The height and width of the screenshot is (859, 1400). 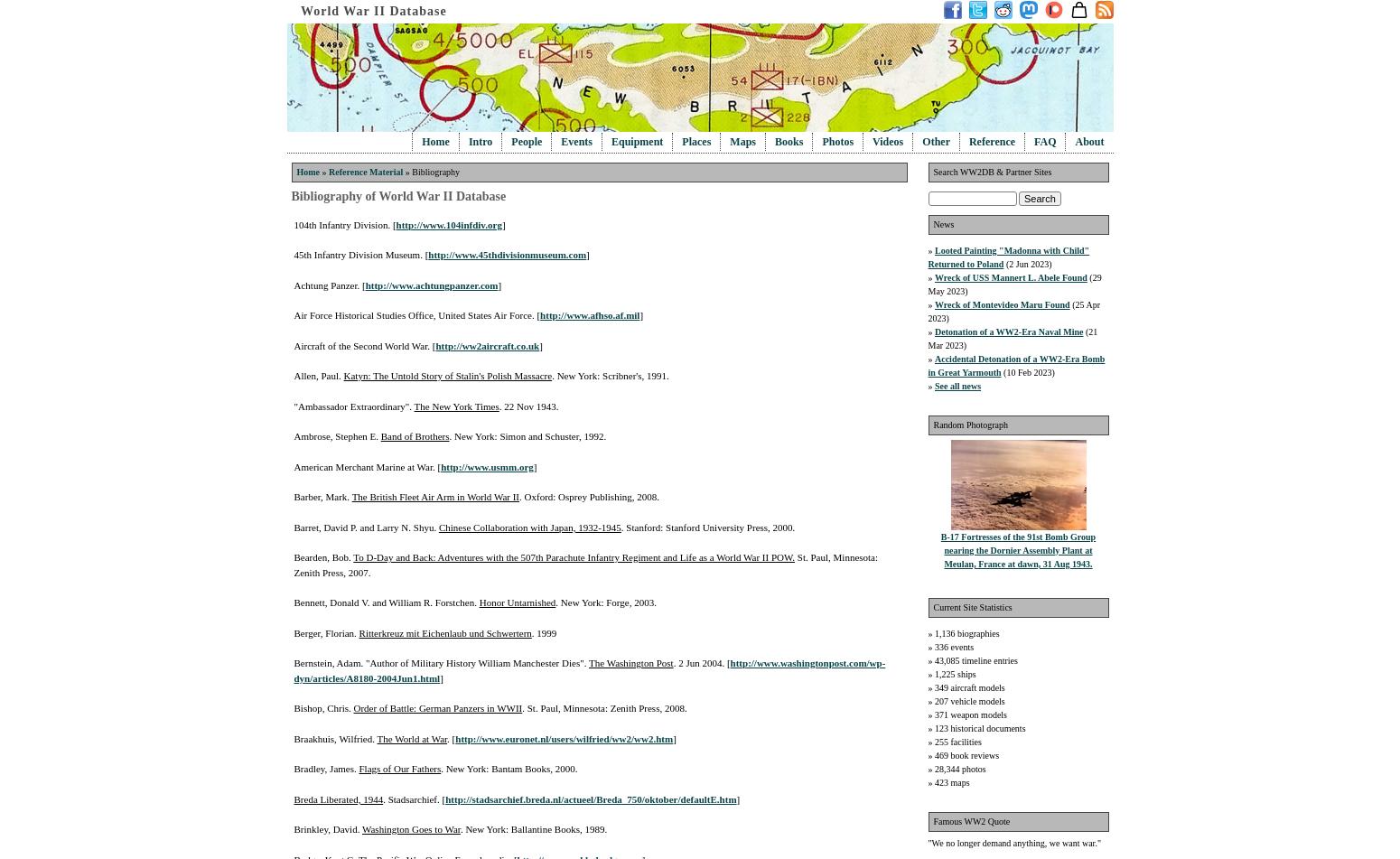 I want to click on 'Events', so click(x=575, y=142).